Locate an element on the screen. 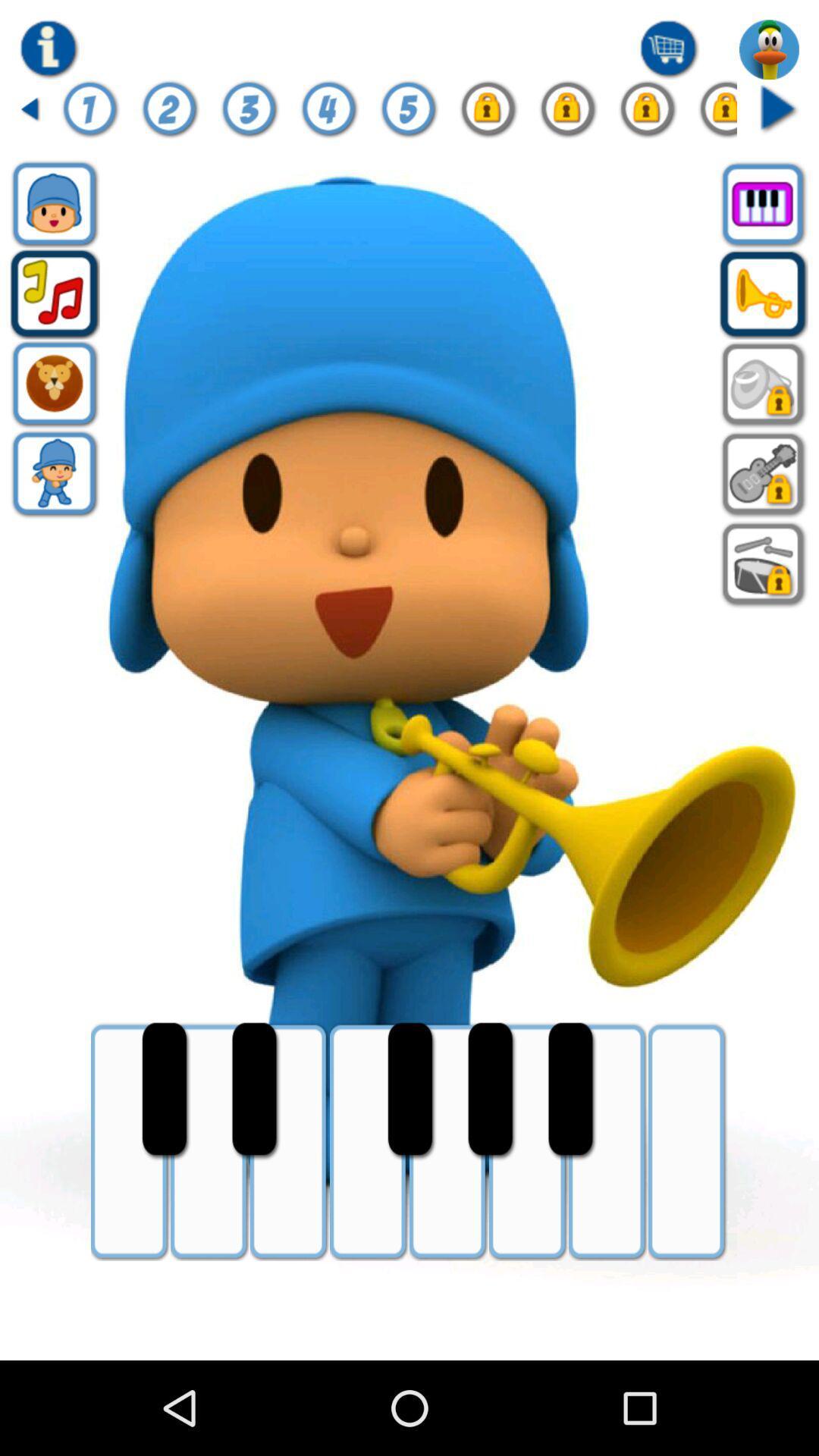  the info icon is located at coordinates (90, 116).